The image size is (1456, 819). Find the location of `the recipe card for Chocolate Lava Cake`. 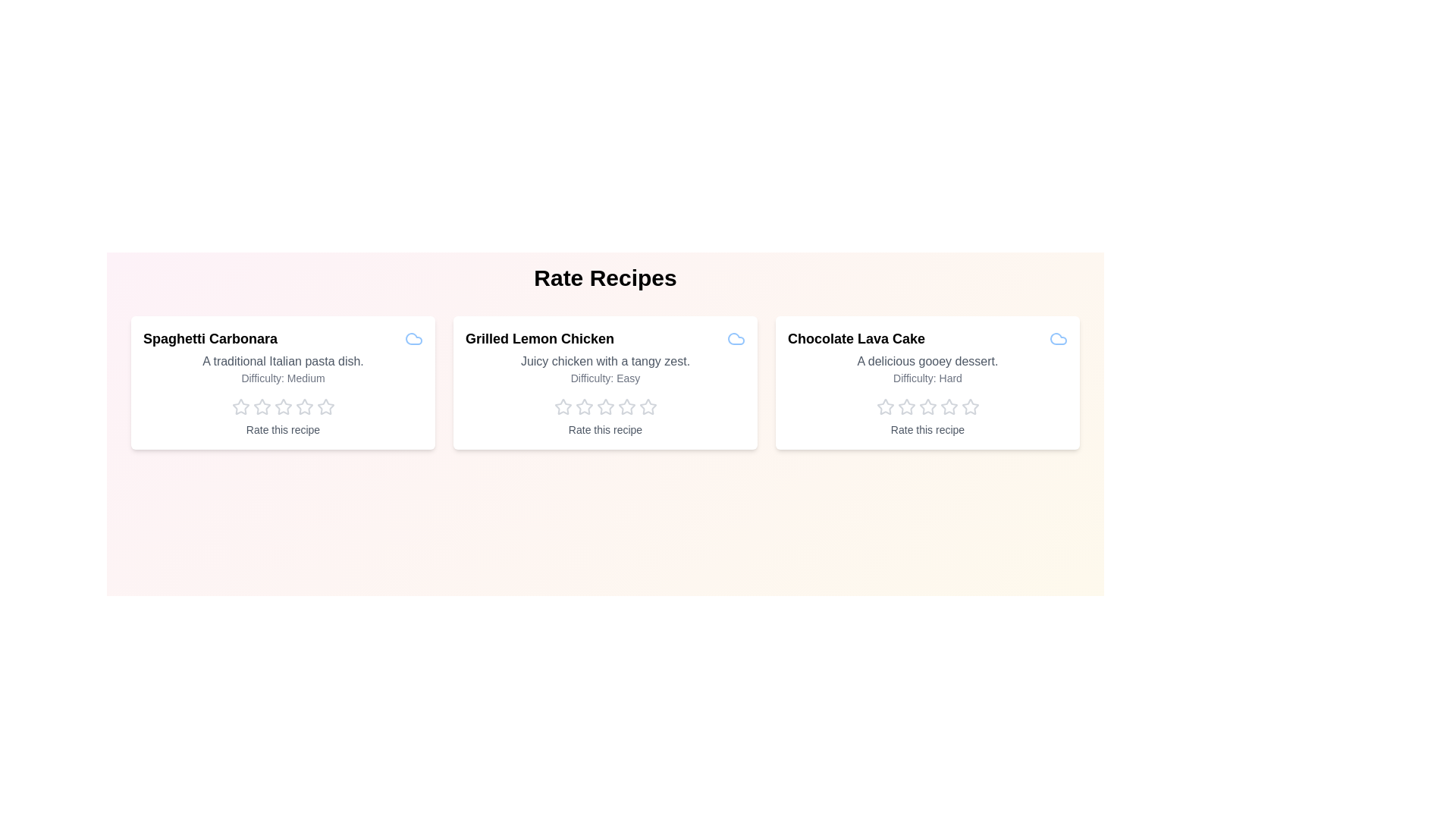

the recipe card for Chocolate Lava Cake is located at coordinates (927, 382).